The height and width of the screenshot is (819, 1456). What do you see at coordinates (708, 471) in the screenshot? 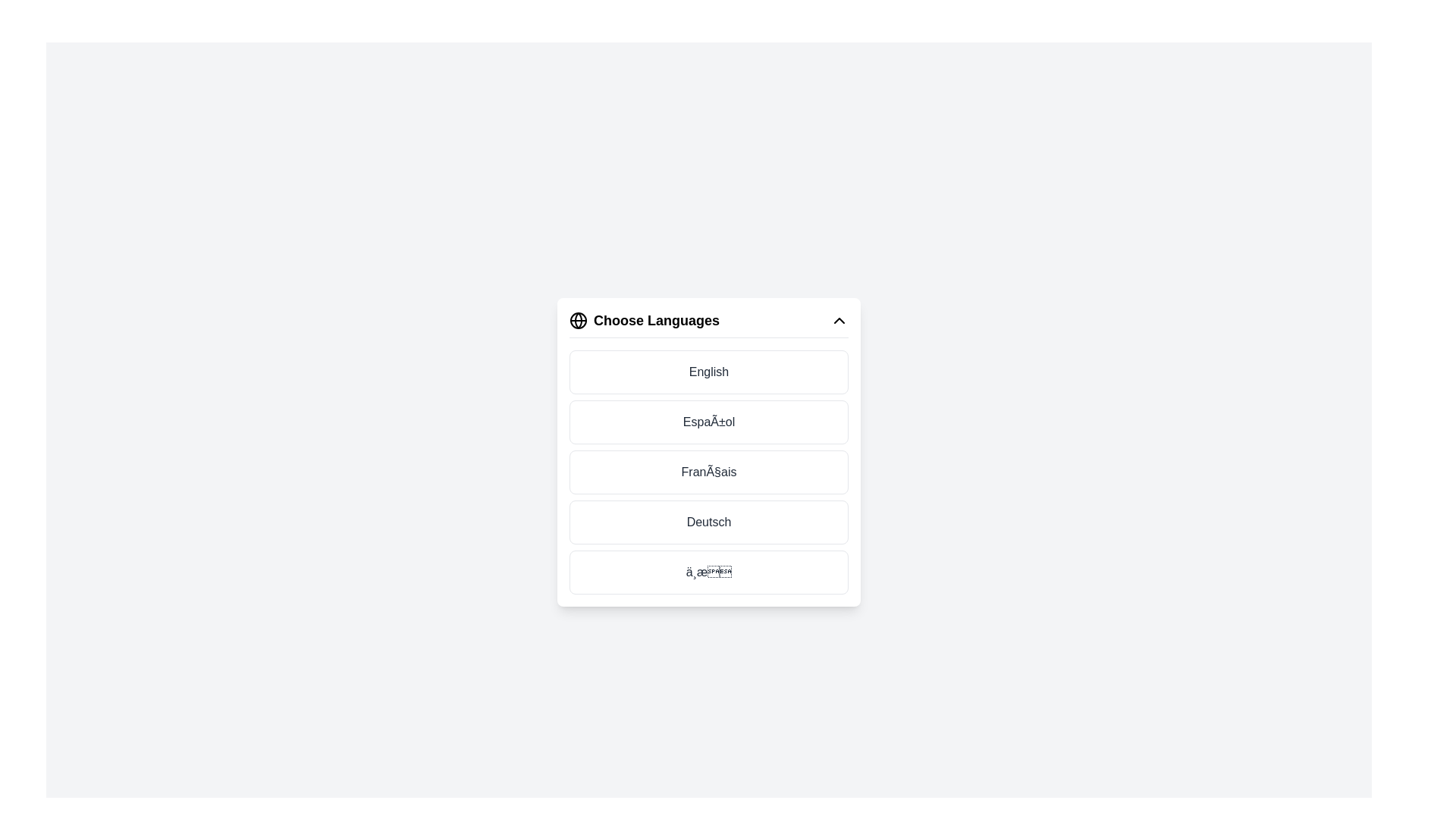
I see `the text label displaying 'Français', which is the third item in the 'Choose Languages' list, styled in medium-sized gray font` at bounding box center [708, 471].